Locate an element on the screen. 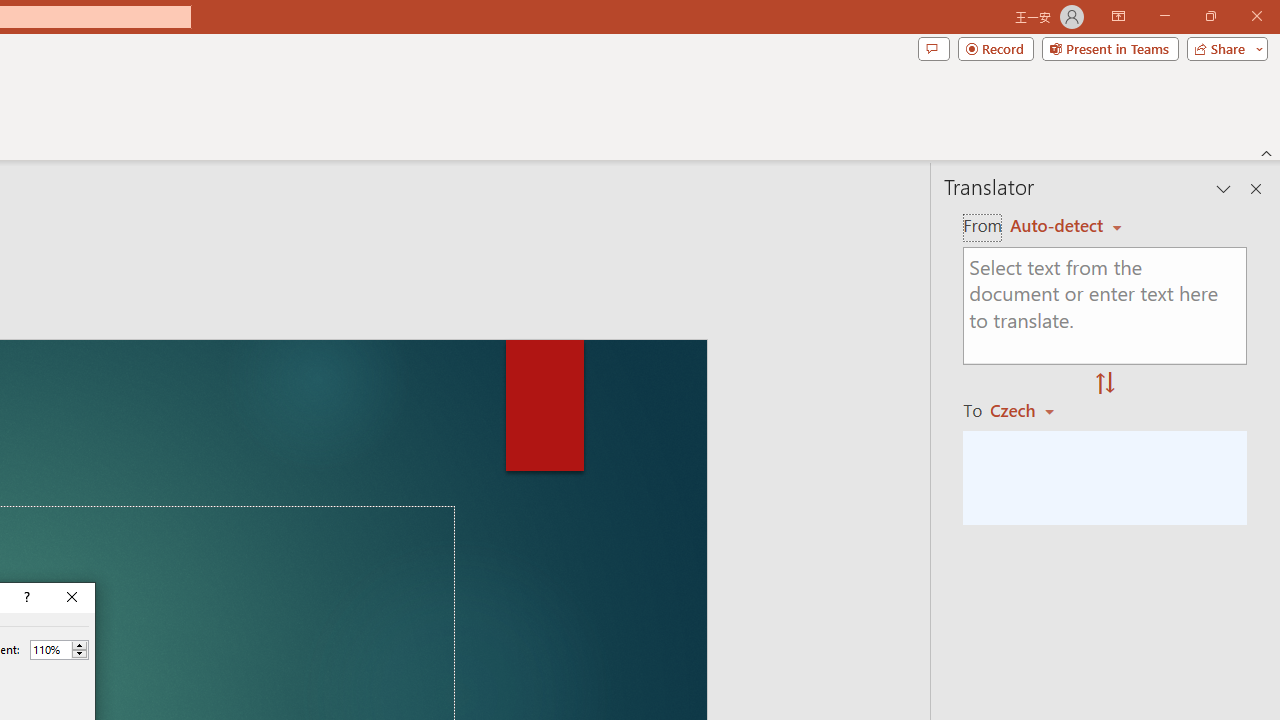  'Percent' is located at coordinates (59, 650).